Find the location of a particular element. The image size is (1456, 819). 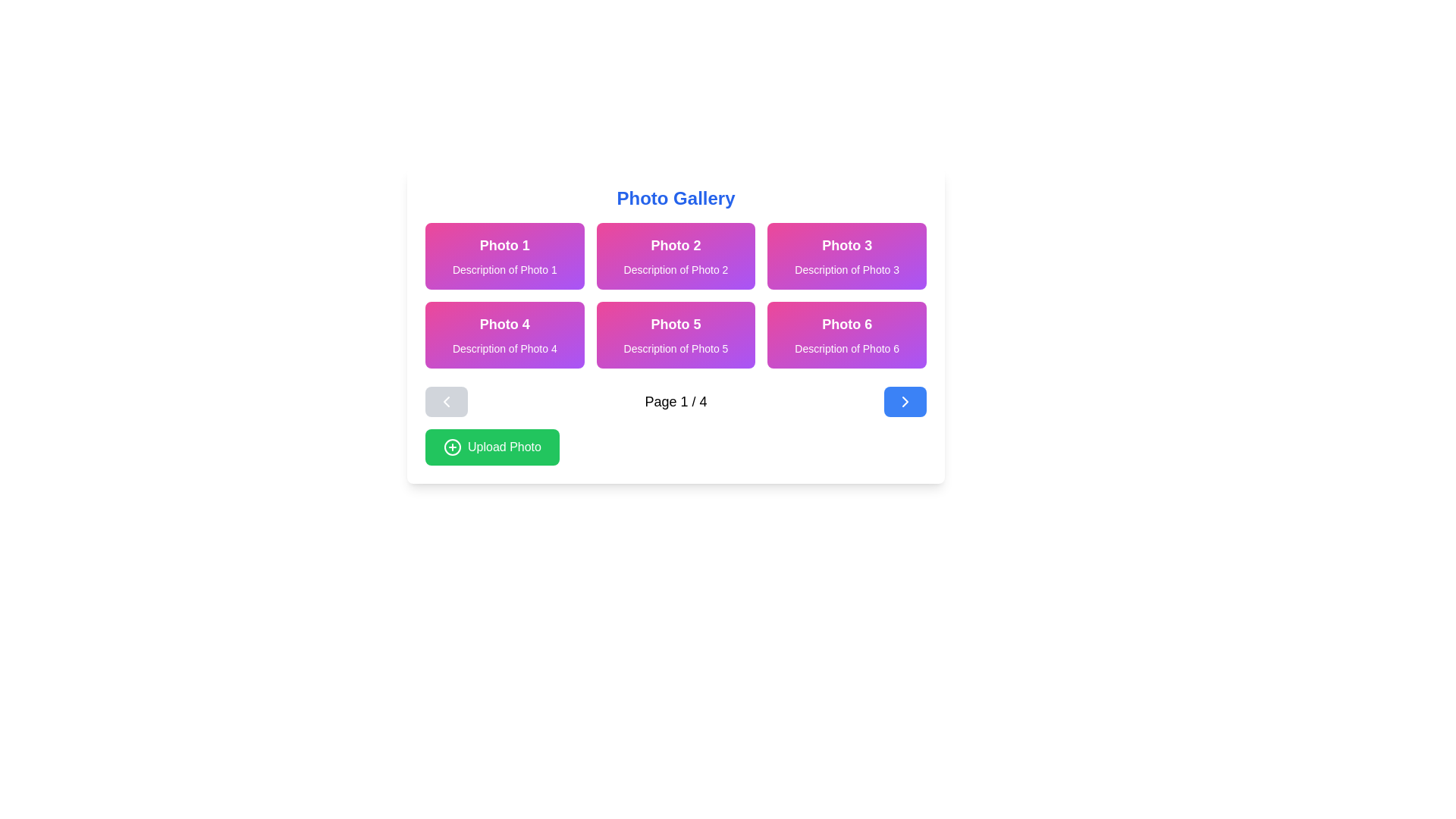

the Informational card labeled 'Photo 6', which features a gradient background from pink to purple, rounded corners, and displays the text 'Photo 6' in bold white at its center is located at coordinates (846, 334).